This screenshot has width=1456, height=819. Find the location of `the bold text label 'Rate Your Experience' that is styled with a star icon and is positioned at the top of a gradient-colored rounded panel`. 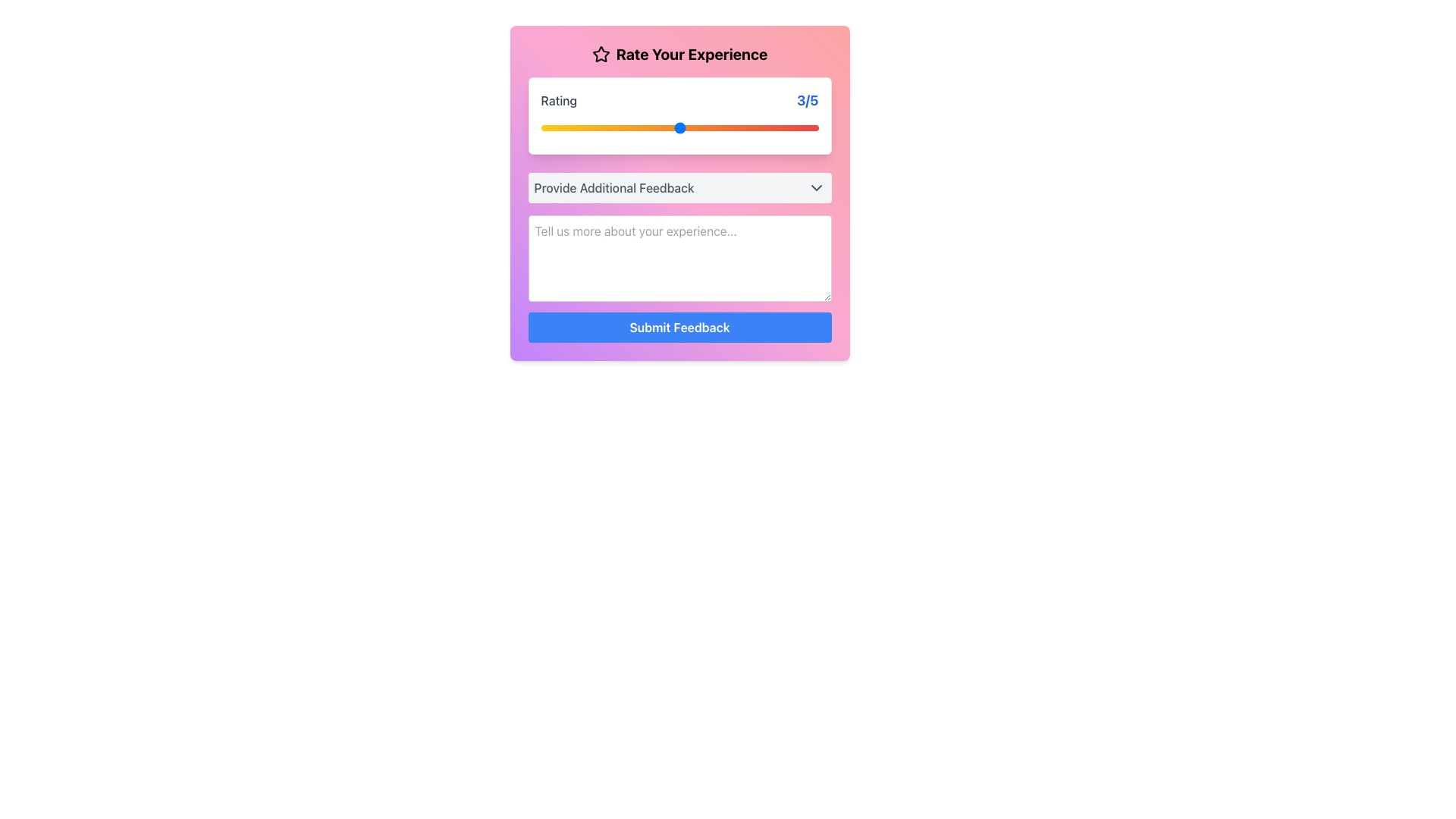

the bold text label 'Rate Your Experience' that is styled with a star icon and is positioned at the top of a gradient-colored rounded panel is located at coordinates (679, 60).